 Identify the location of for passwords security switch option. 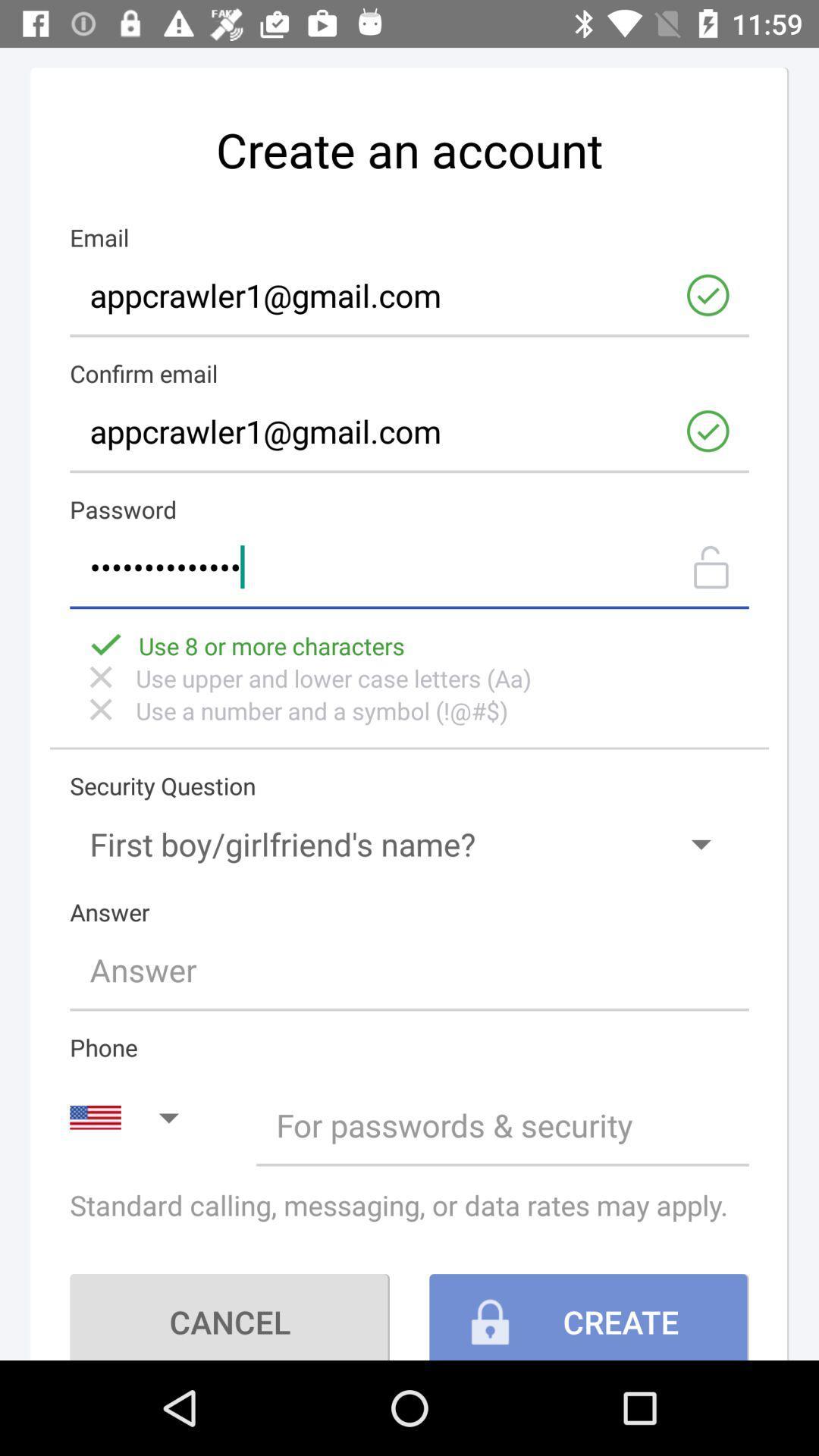
(503, 1125).